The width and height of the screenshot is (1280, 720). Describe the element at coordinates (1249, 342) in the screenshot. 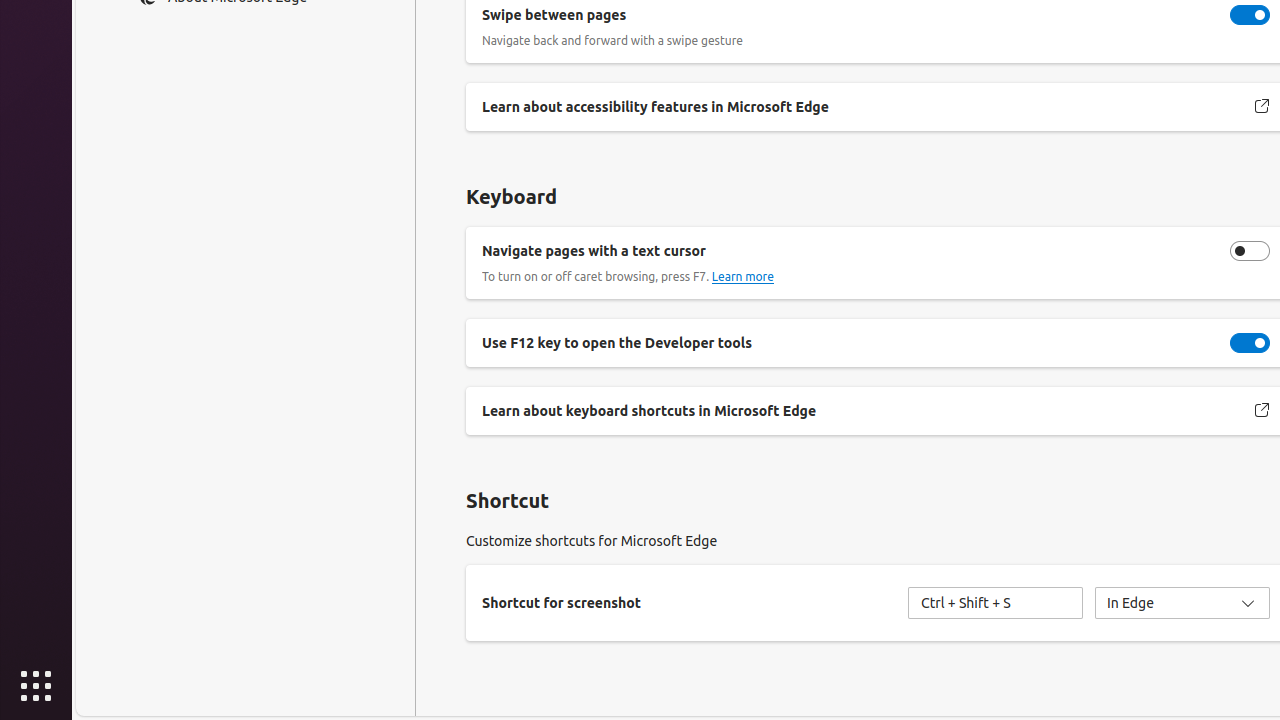

I see `'Use F12 key to open the Developer tools'` at that location.